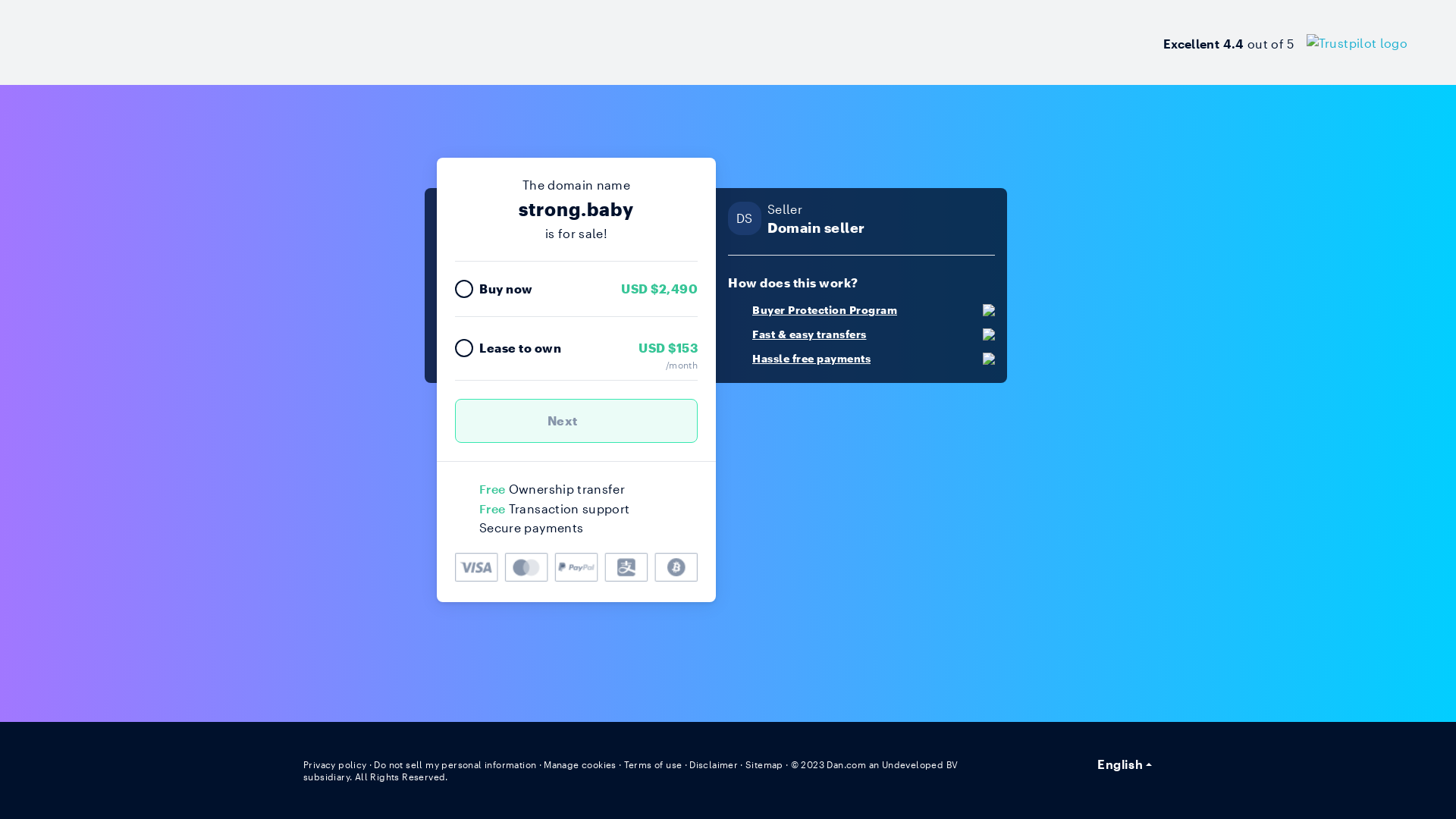 The image size is (1456, 819). What do you see at coordinates (1125, 764) in the screenshot?
I see `'English'` at bounding box center [1125, 764].